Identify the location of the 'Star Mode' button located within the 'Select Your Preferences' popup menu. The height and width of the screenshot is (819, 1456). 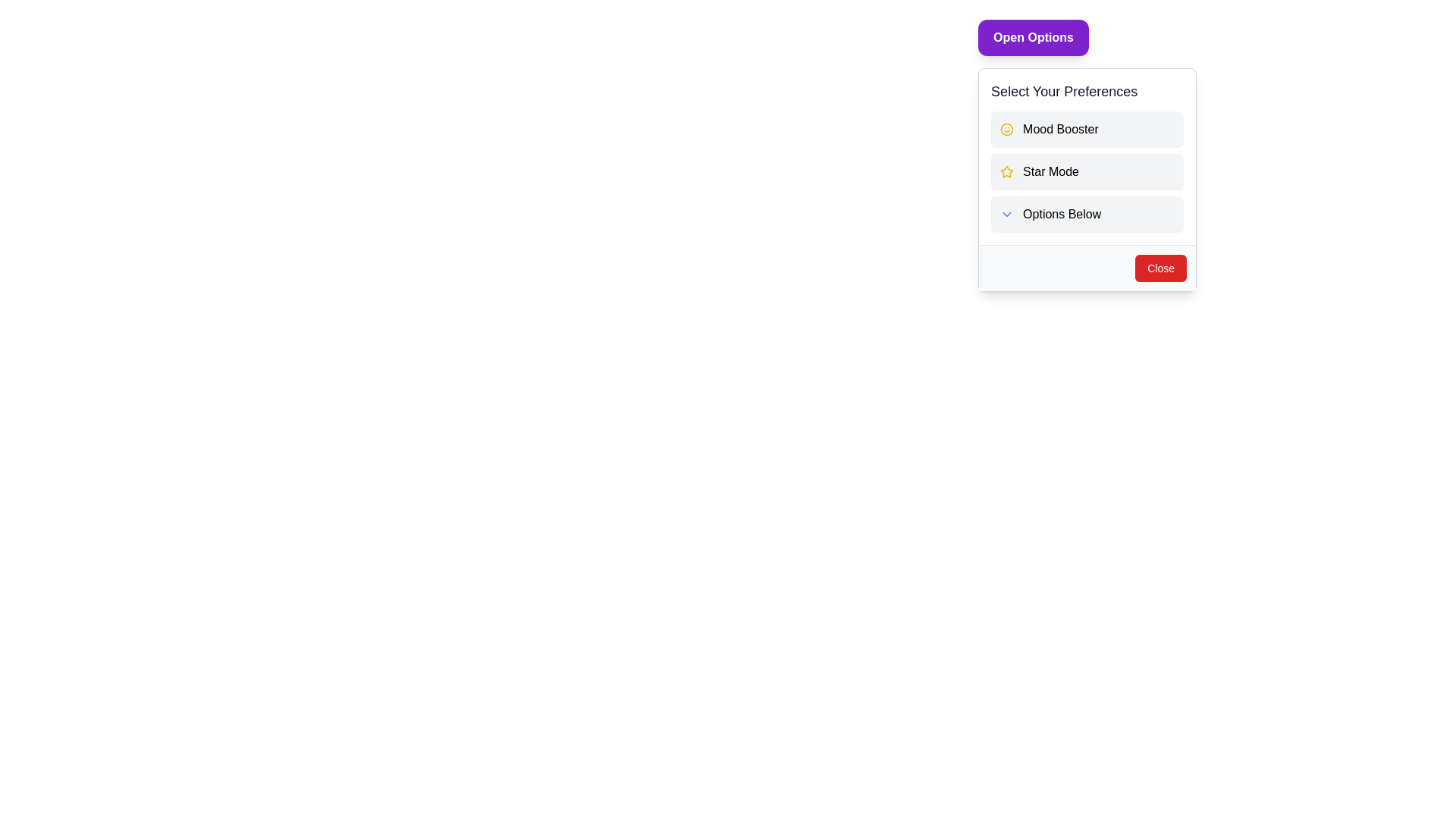
(1087, 179).